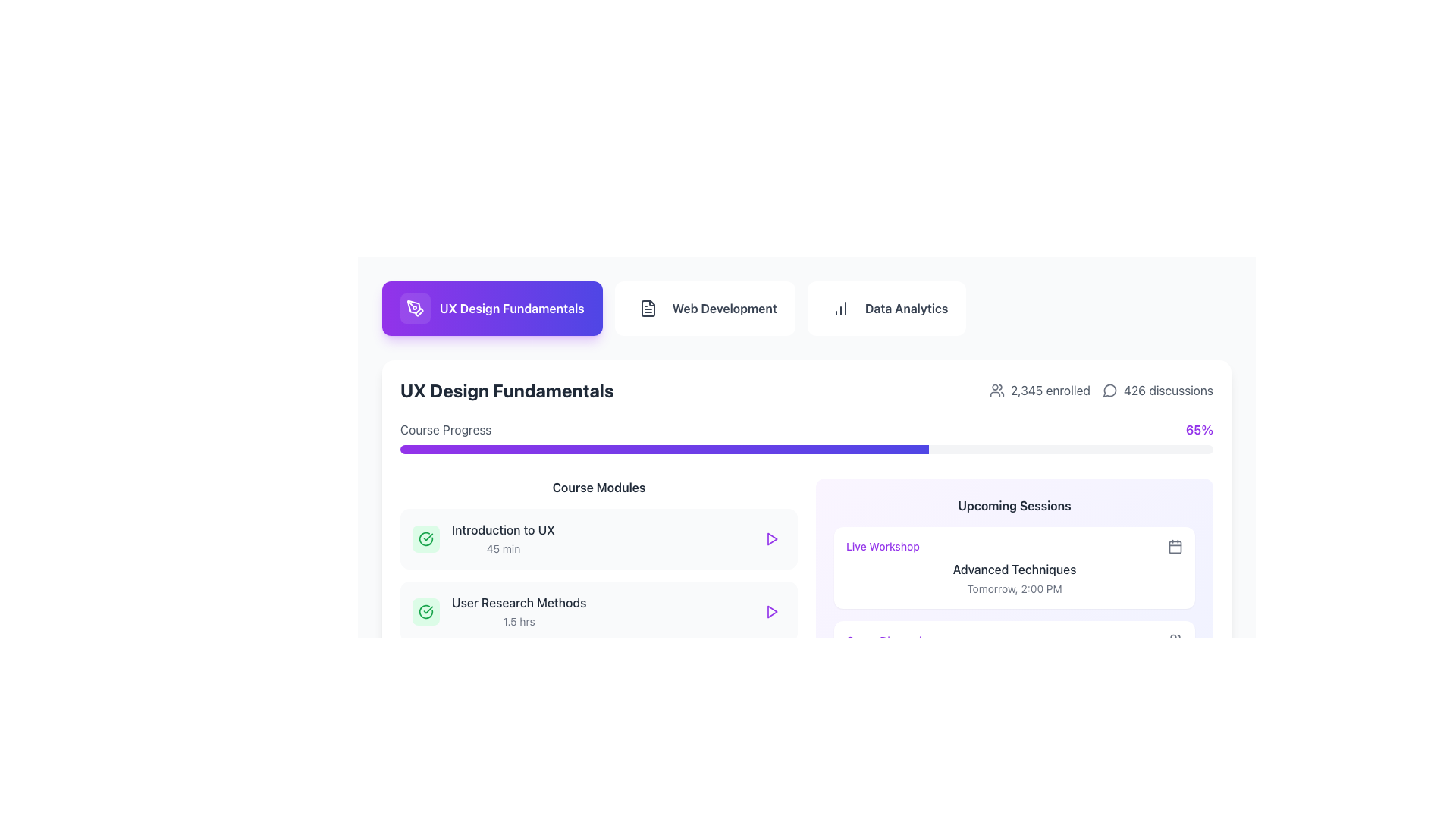  What do you see at coordinates (512, 308) in the screenshot?
I see `text label indicating 'UX Design Fundamentals' located in the center-right of the navigation header button` at bounding box center [512, 308].